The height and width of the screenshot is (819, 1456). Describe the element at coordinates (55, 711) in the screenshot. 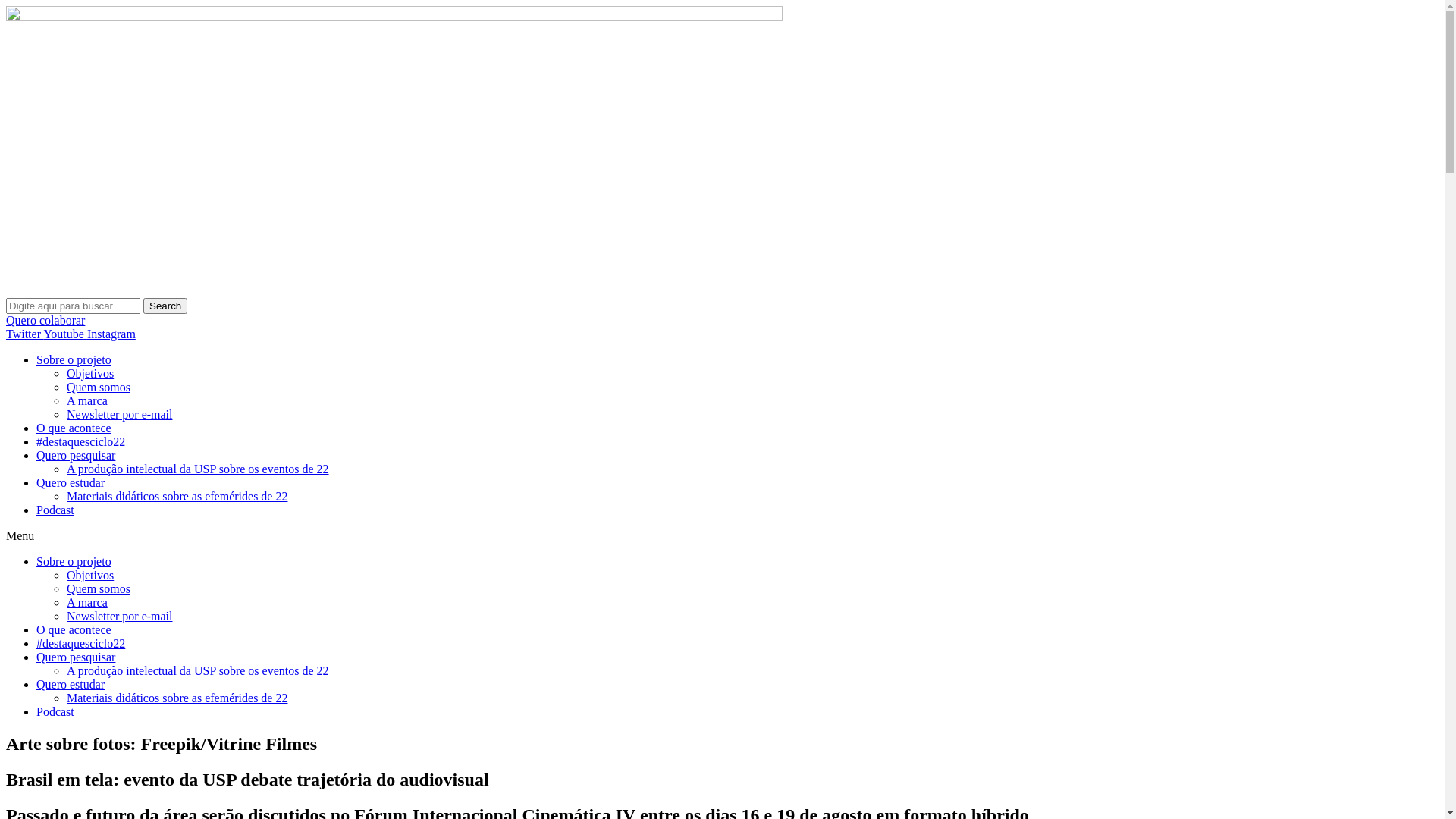

I see `'Podcast'` at that location.